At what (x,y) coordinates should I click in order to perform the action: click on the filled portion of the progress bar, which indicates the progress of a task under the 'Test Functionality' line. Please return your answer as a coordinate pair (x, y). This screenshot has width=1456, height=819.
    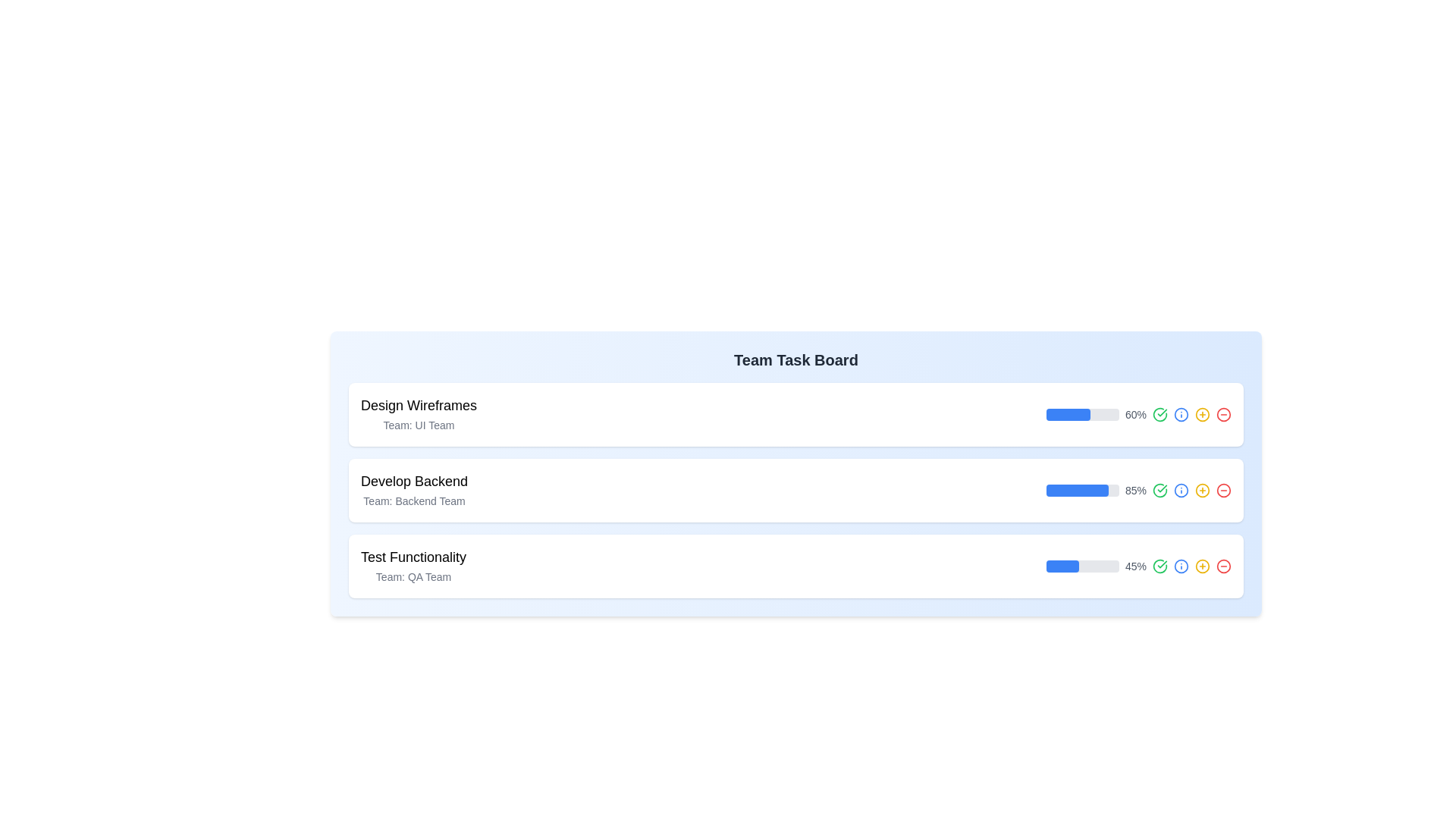
    Looking at the image, I should click on (1062, 566).